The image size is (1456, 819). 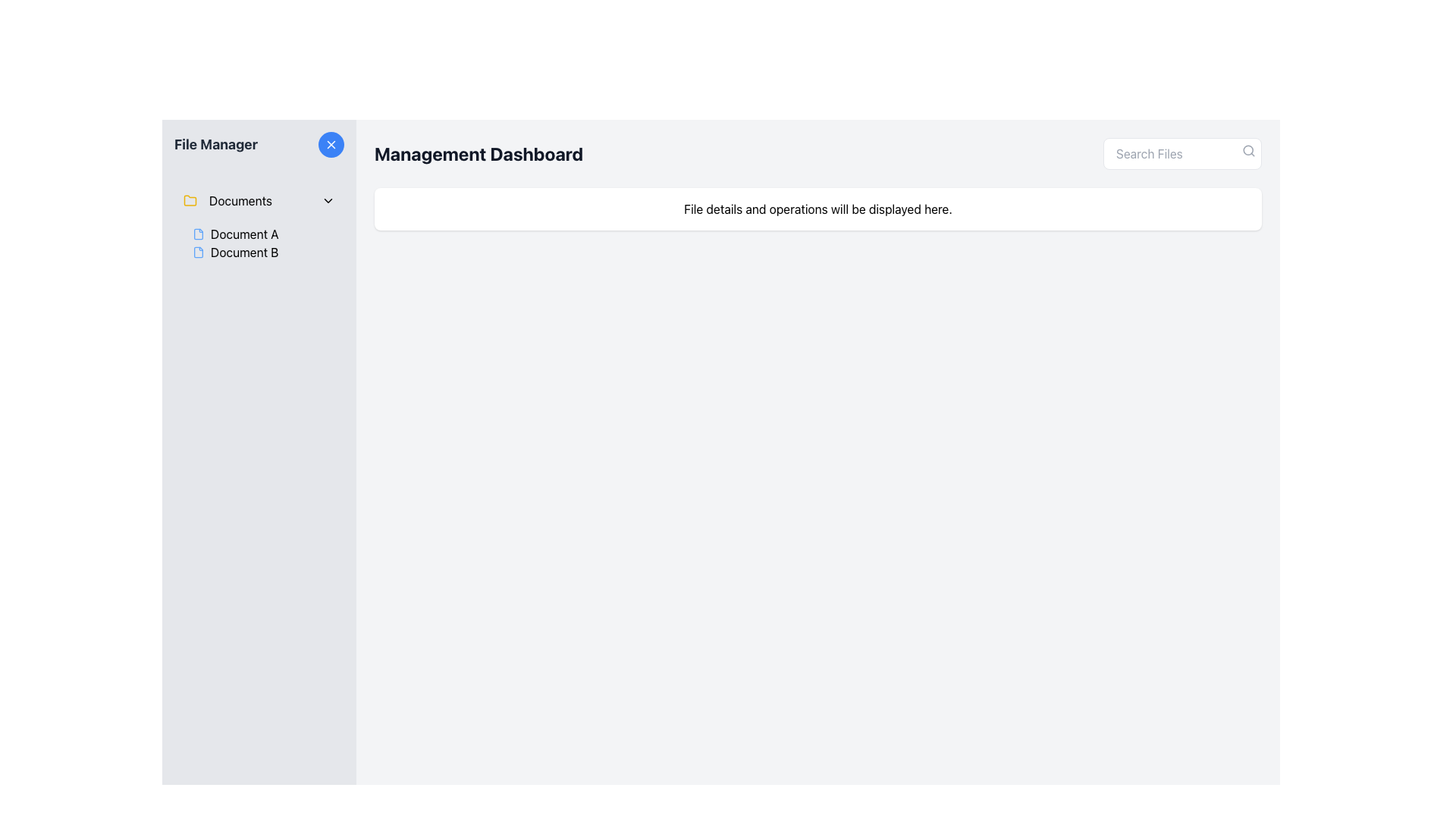 I want to click on the circular blue button with a white cross icon in the header of the 'File Manager' section, so click(x=330, y=145).